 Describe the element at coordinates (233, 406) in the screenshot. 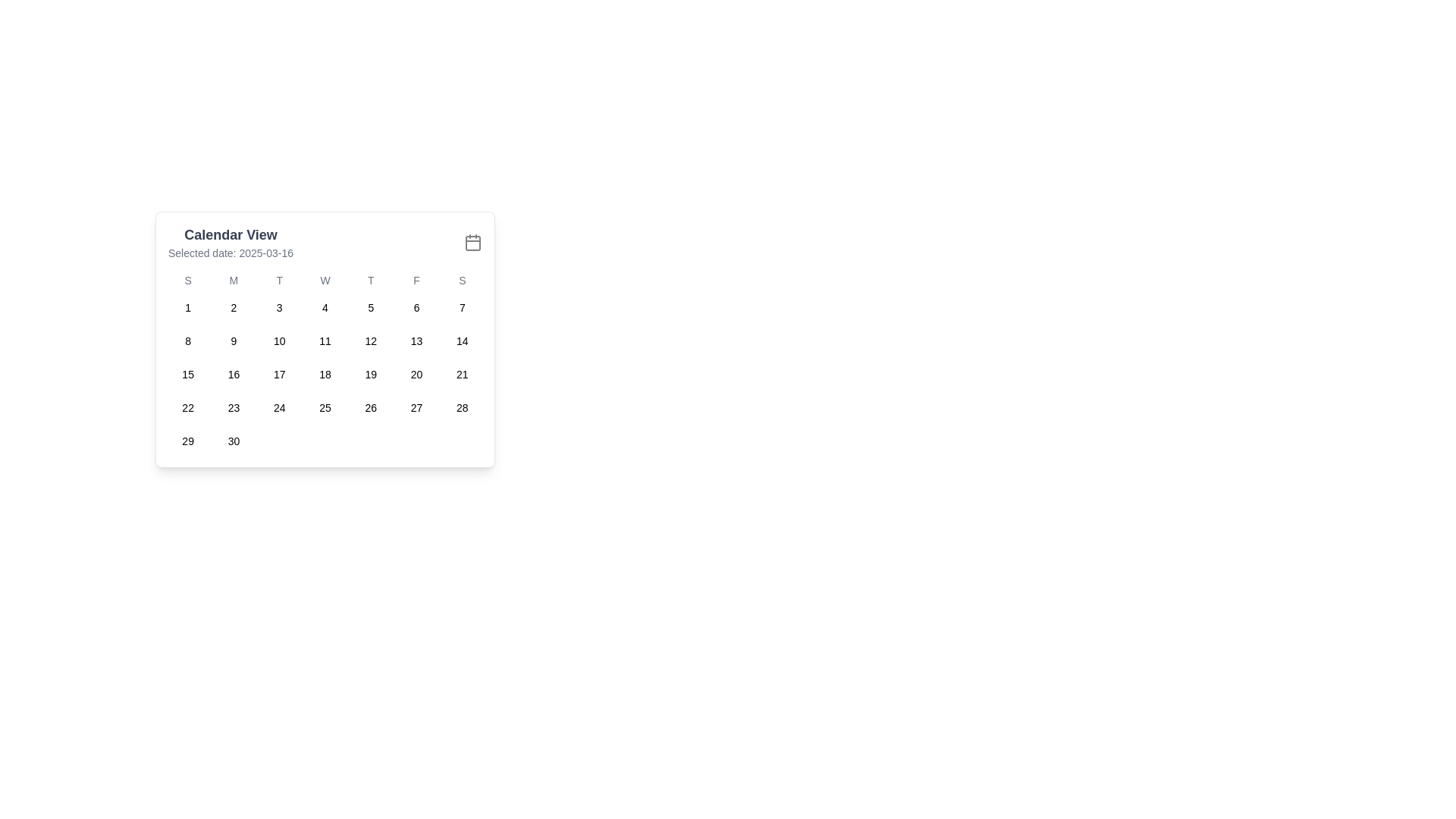

I see `the calendar day cell representing the 23rd day of the month` at that location.